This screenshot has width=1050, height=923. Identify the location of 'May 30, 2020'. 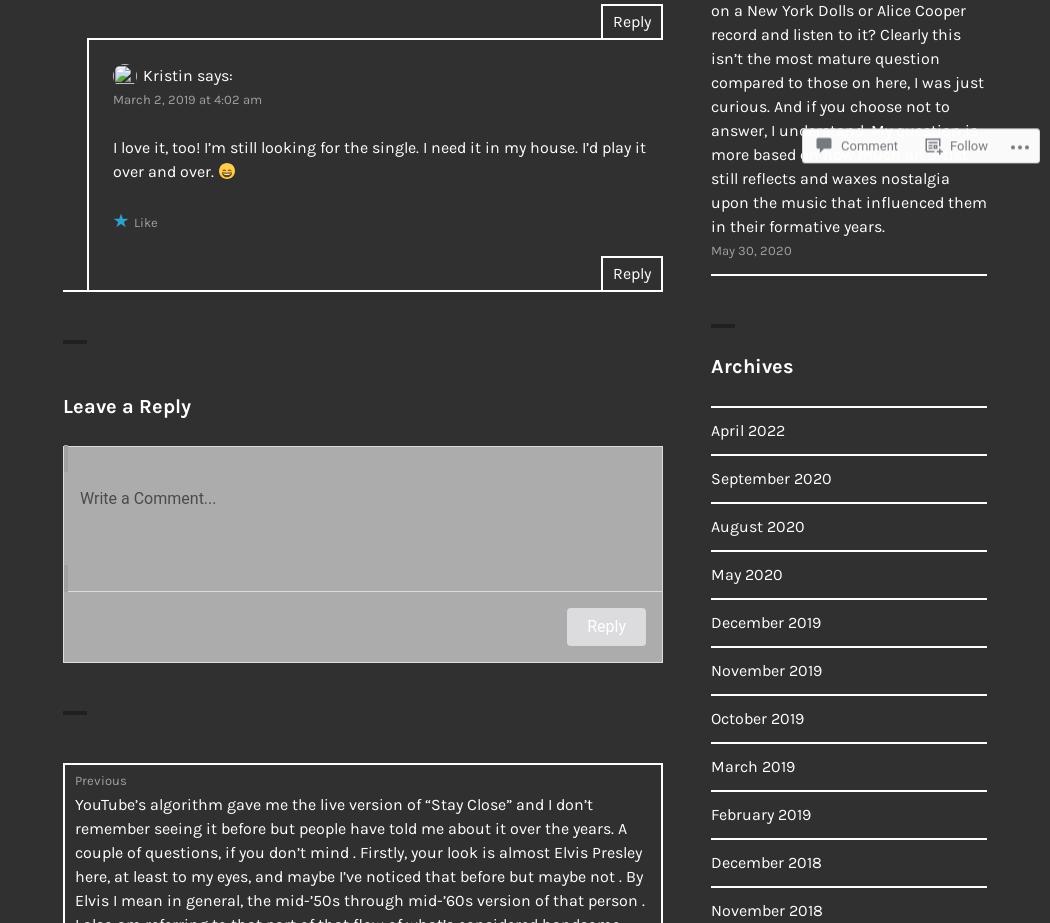
(751, 250).